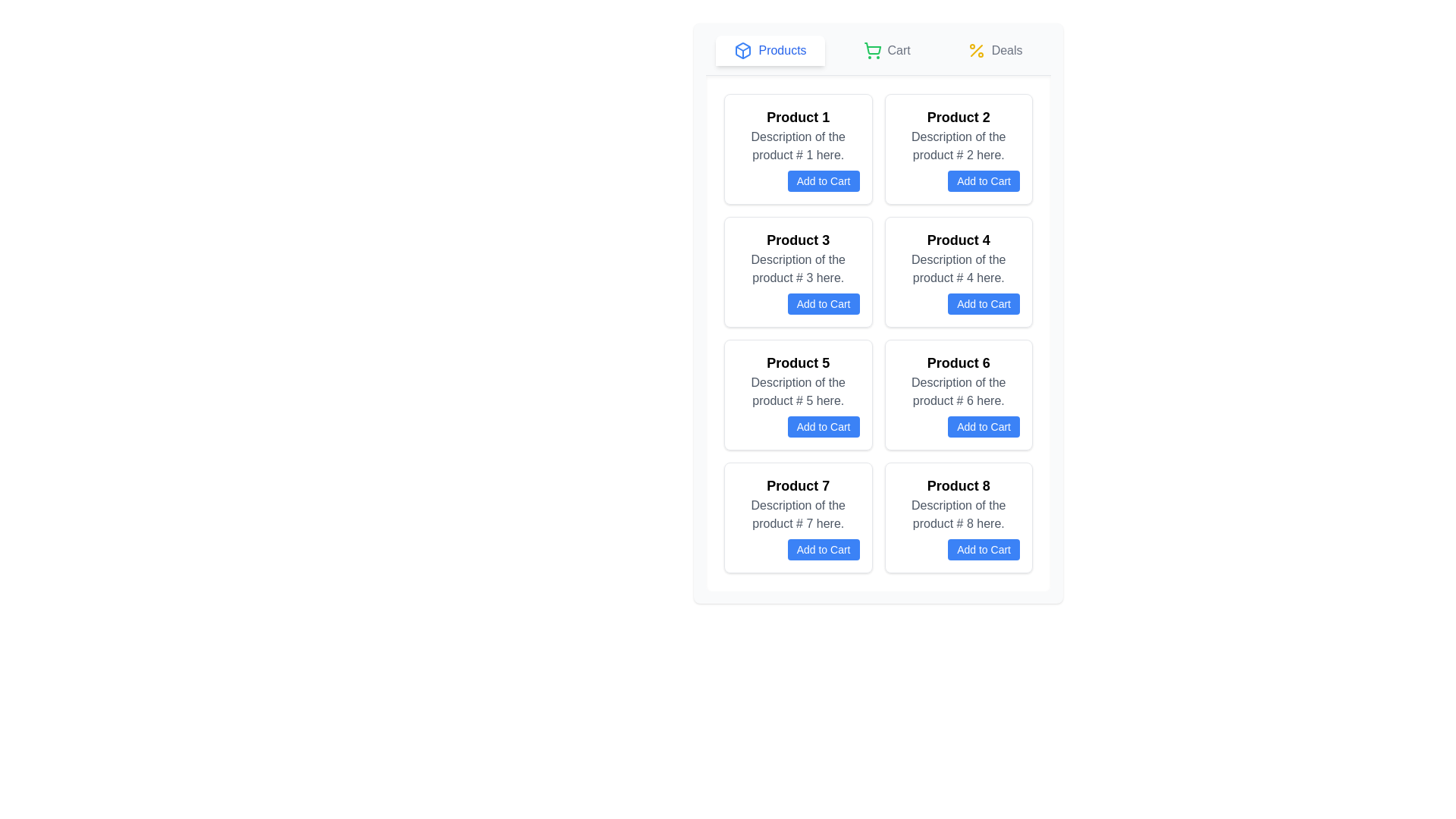  I want to click on the static text label stating 'Description of the product # 5 here.' located below 'Product 5' within the product tile labeled 'Product 5', so click(797, 391).